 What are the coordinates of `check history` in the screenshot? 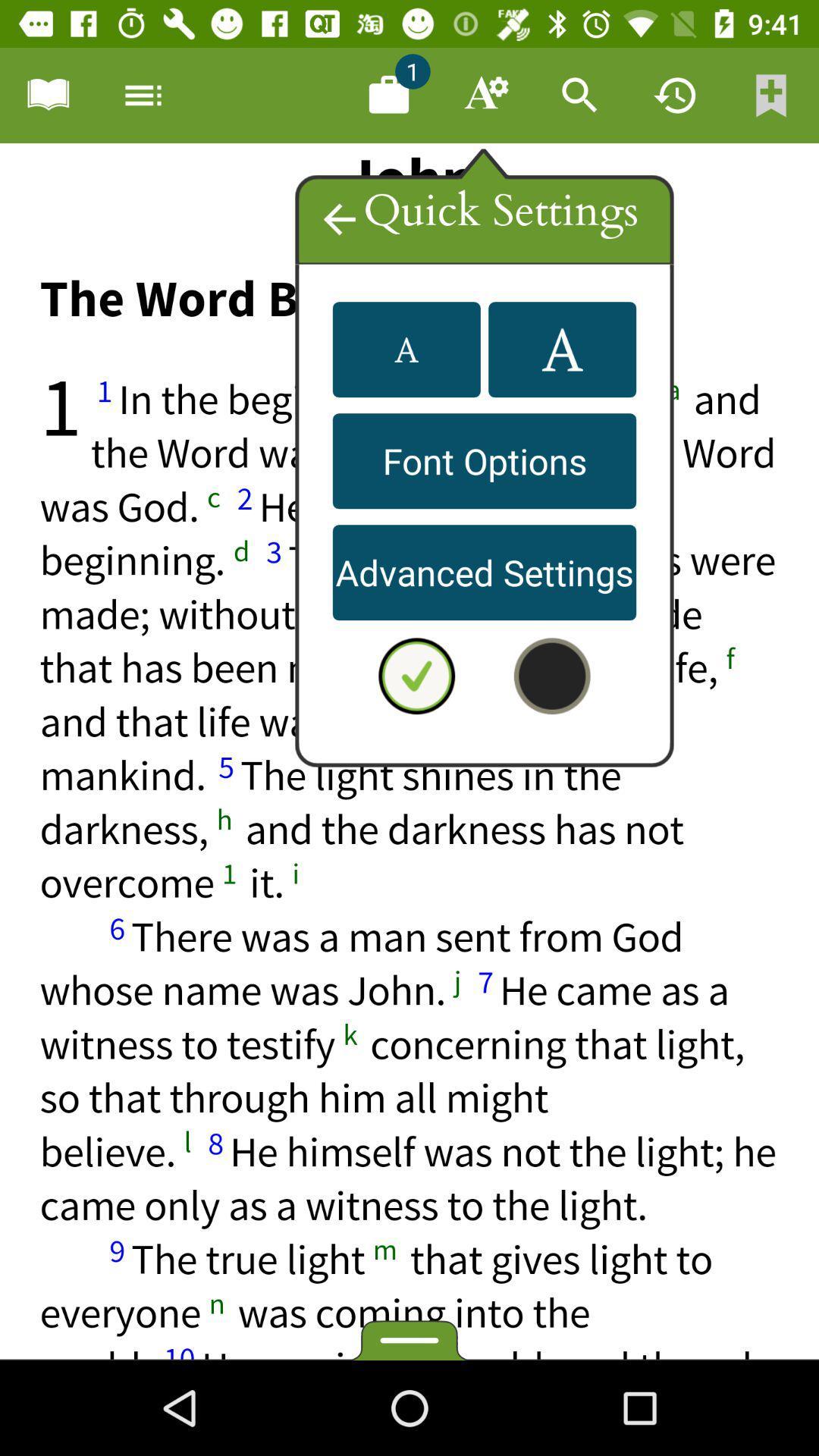 It's located at (675, 94).